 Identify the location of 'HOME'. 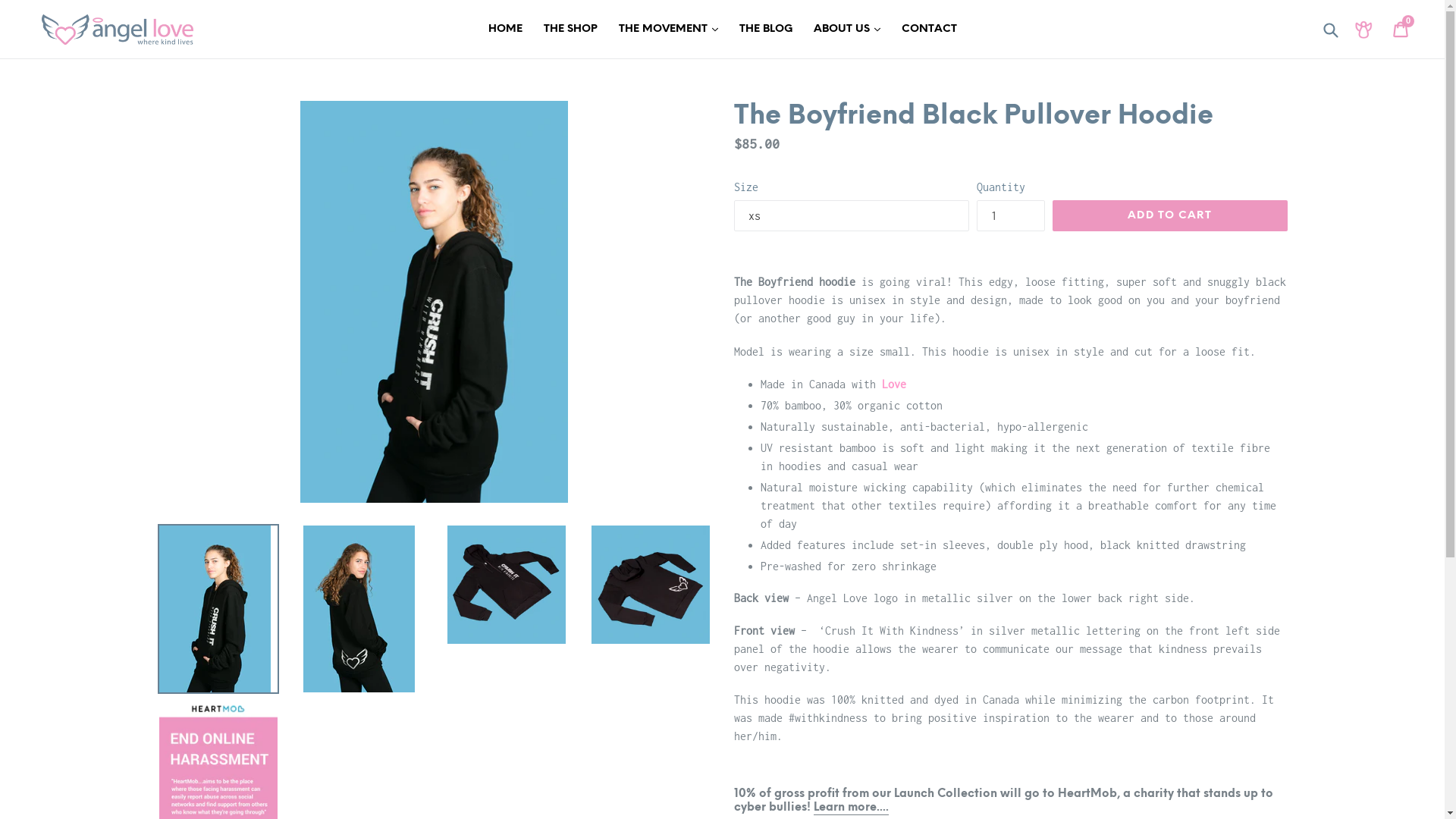
(505, 29).